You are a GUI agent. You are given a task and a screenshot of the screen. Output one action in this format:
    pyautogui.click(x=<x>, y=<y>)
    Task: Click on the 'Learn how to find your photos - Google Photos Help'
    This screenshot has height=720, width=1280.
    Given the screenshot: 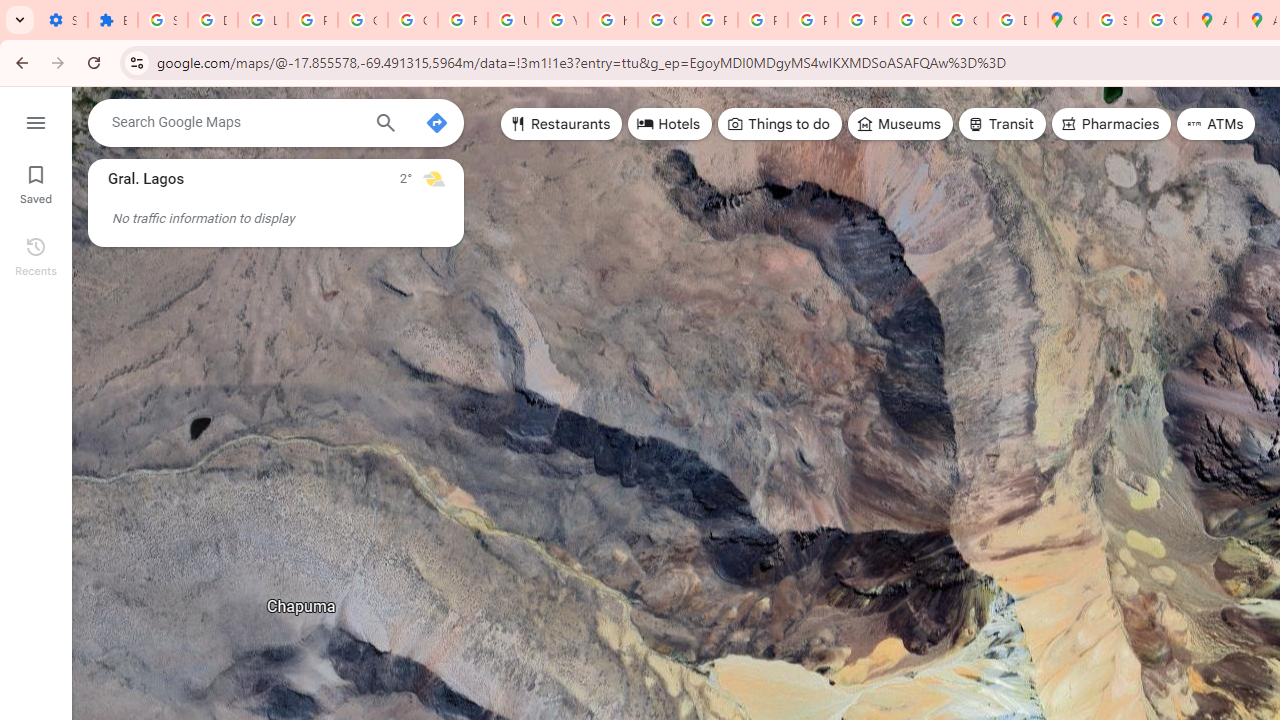 What is the action you would take?
    pyautogui.click(x=262, y=20)
    